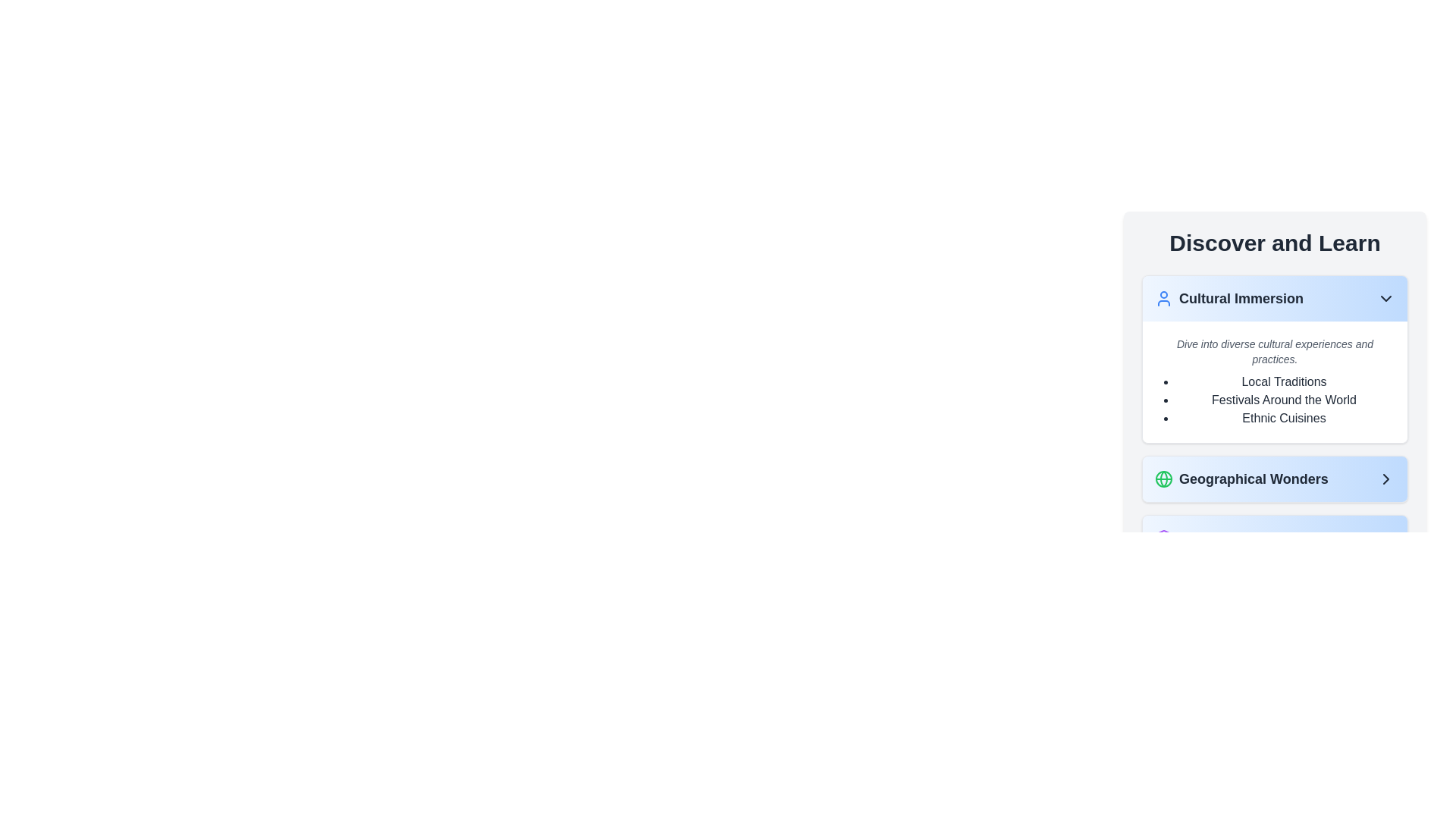 The width and height of the screenshot is (1456, 819). Describe the element at coordinates (1274, 537) in the screenshot. I see `the 'Historical Timelines' navigation button, which is the third button in the list of navigation items, located below 'Geographical Wonders'` at that location.